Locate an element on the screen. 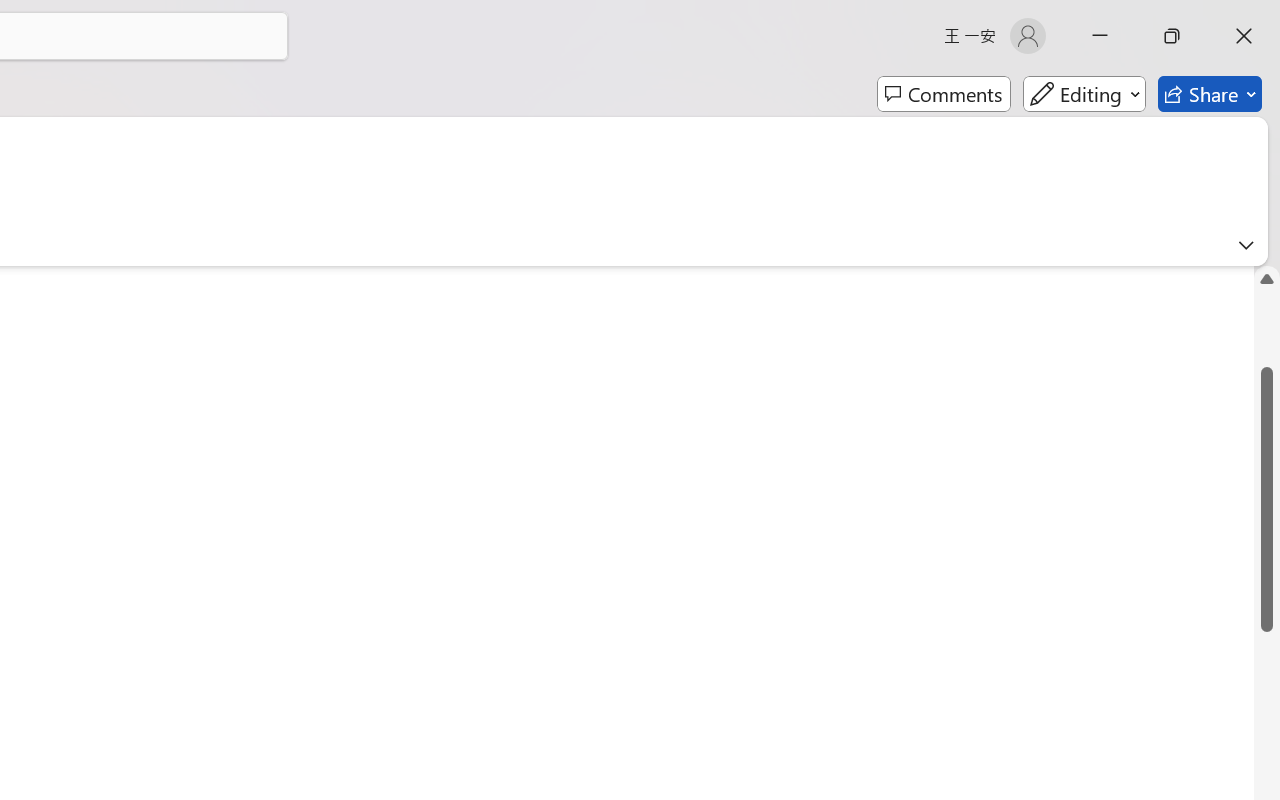 The image size is (1280, 800). 'Mode' is located at coordinates (1083, 94).